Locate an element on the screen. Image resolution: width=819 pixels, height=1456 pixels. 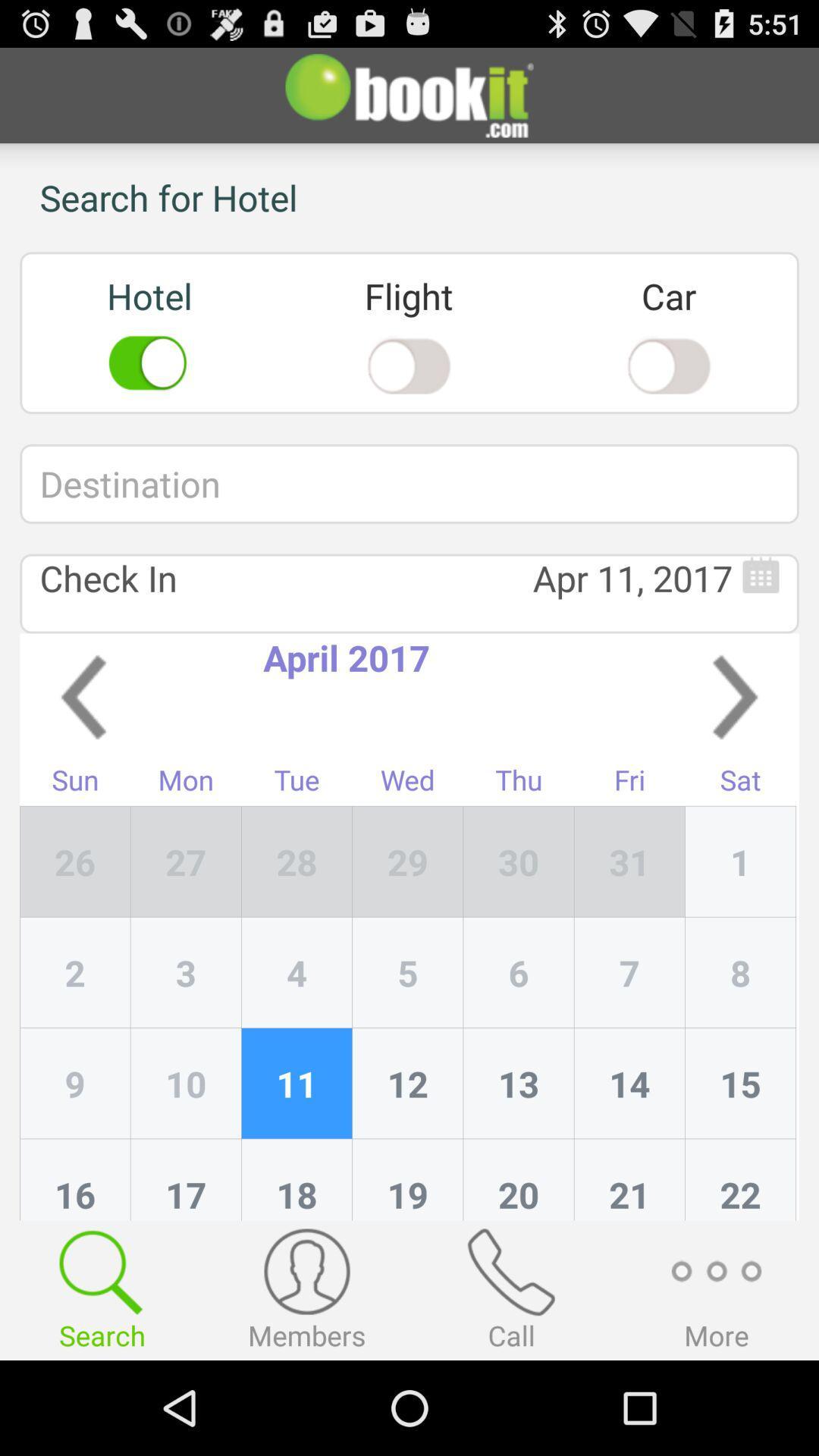
the icon to the left of the 12 is located at coordinates (297, 1178).